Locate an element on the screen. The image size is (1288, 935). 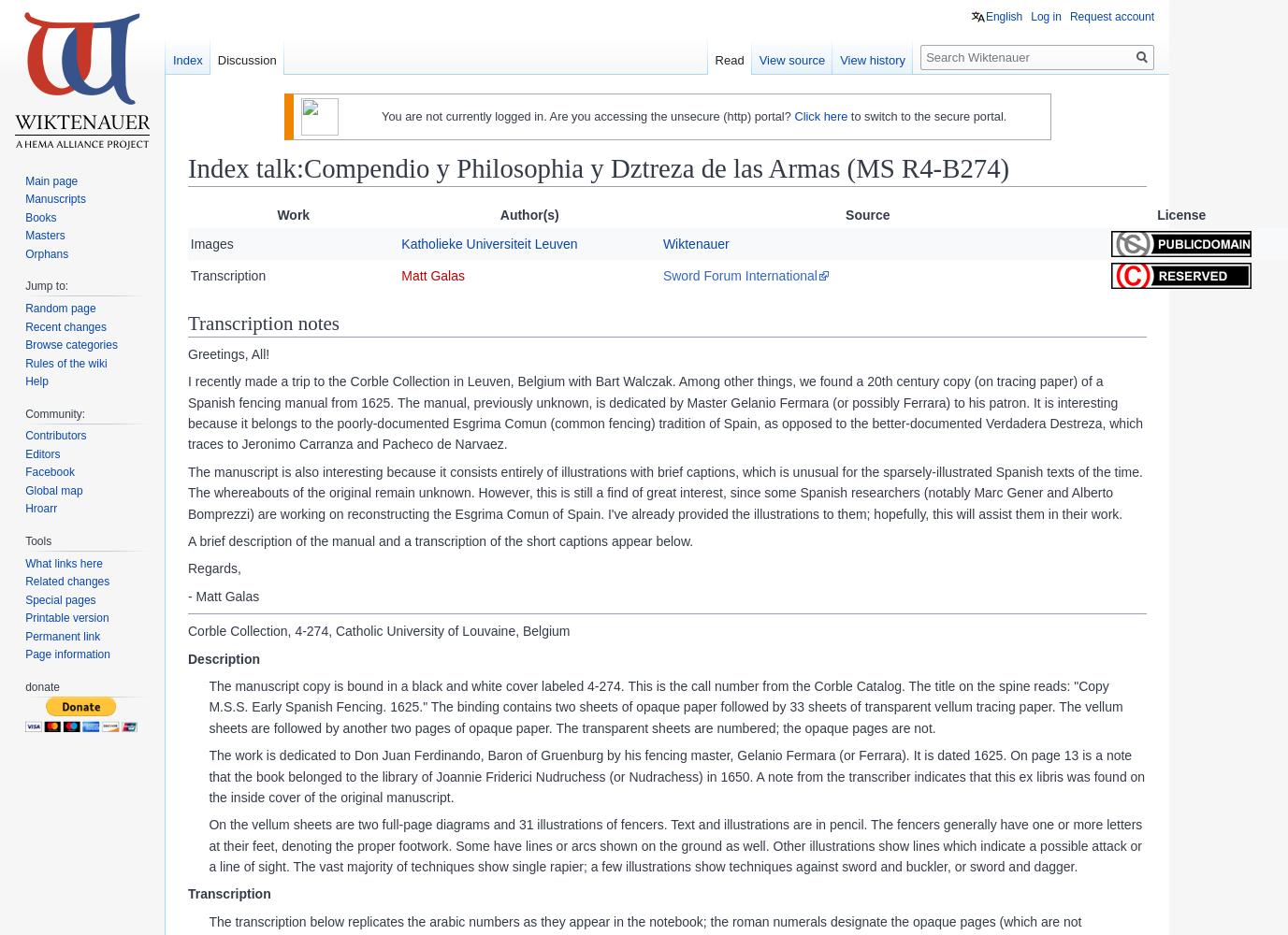
'Source' is located at coordinates (866, 214).